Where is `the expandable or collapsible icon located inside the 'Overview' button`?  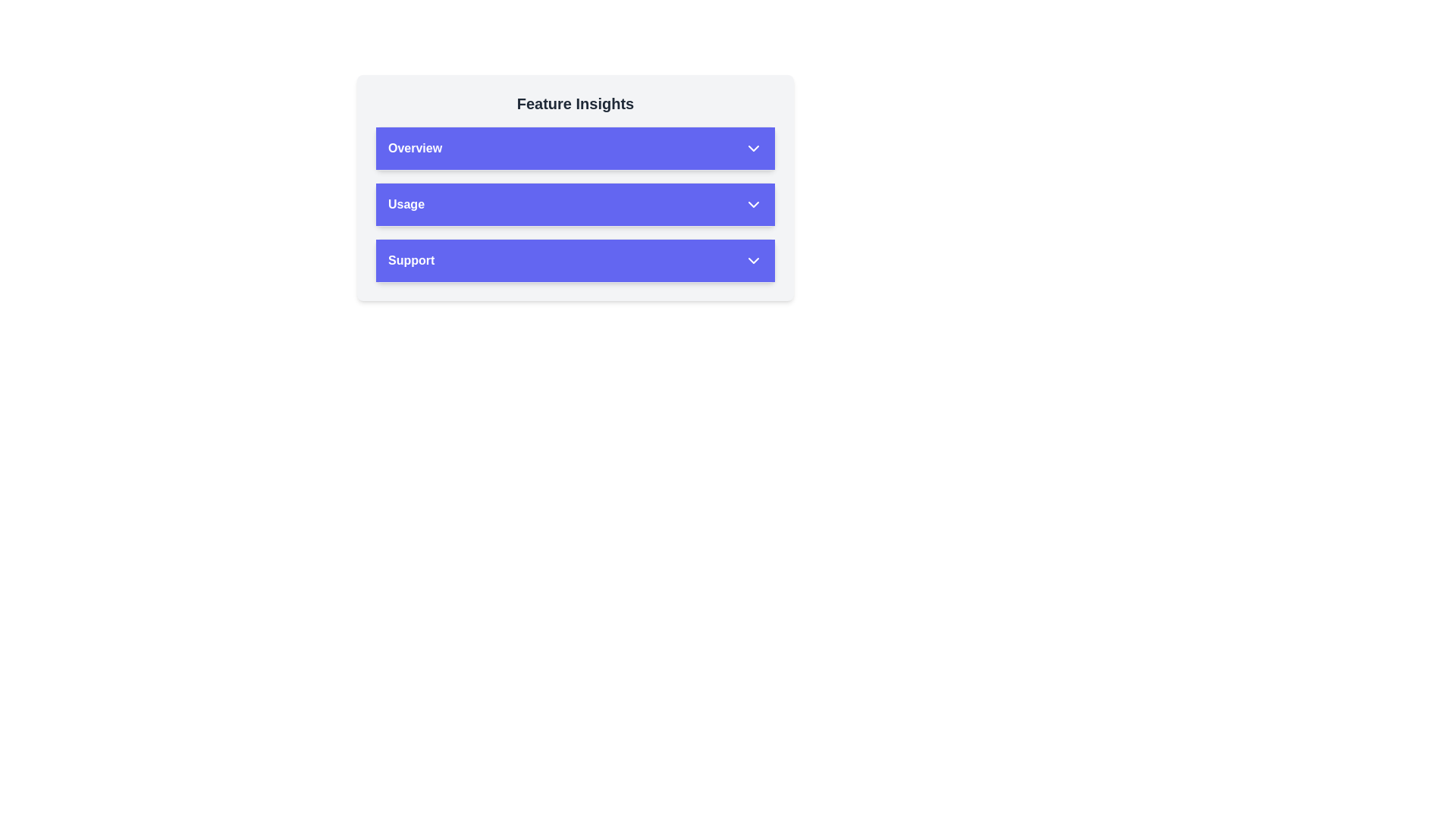
the expandable or collapsible icon located inside the 'Overview' button is located at coordinates (753, 149).